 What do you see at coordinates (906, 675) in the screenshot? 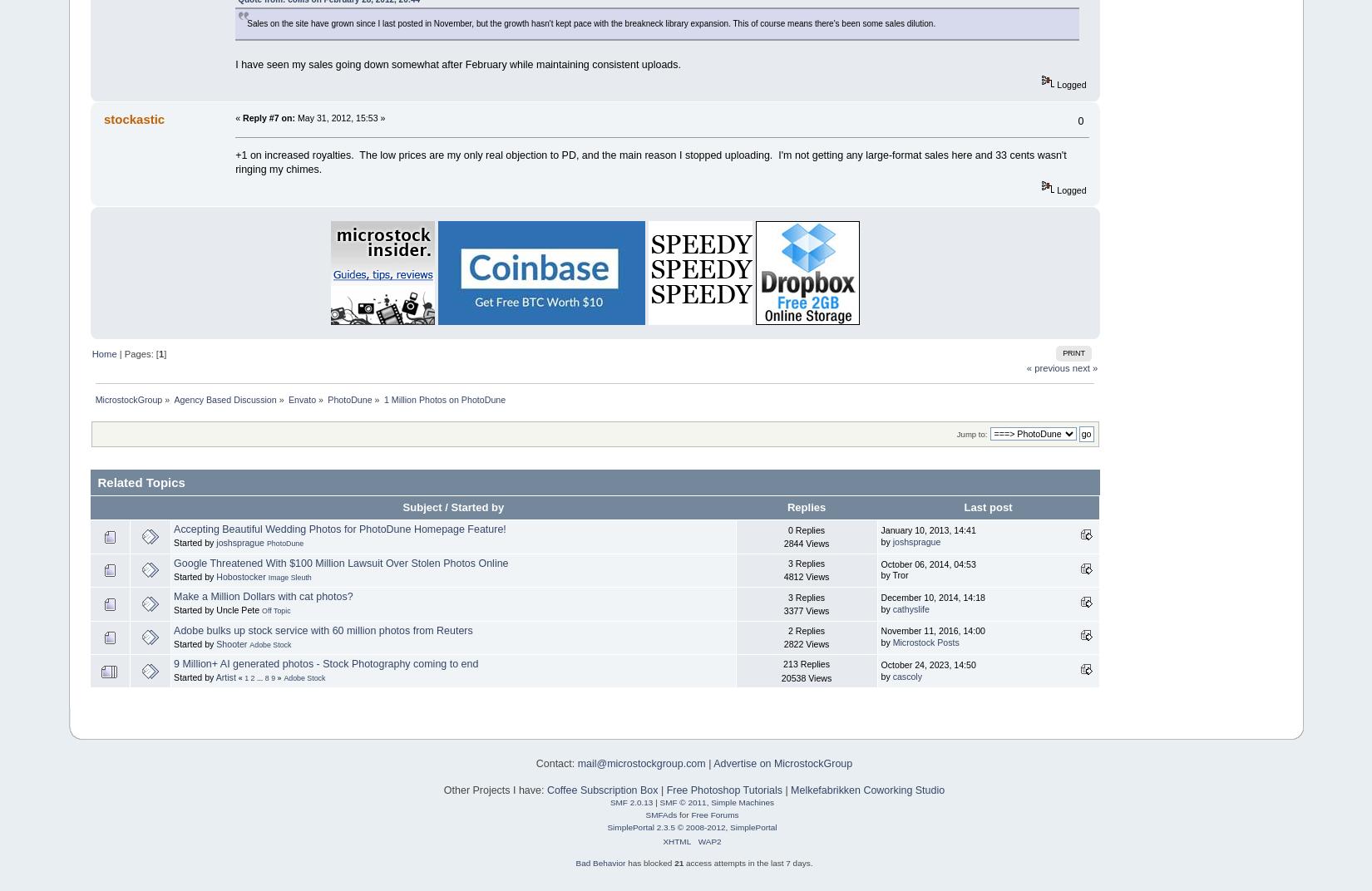
I see `'cascoly'` at bounding box center [906, 675].